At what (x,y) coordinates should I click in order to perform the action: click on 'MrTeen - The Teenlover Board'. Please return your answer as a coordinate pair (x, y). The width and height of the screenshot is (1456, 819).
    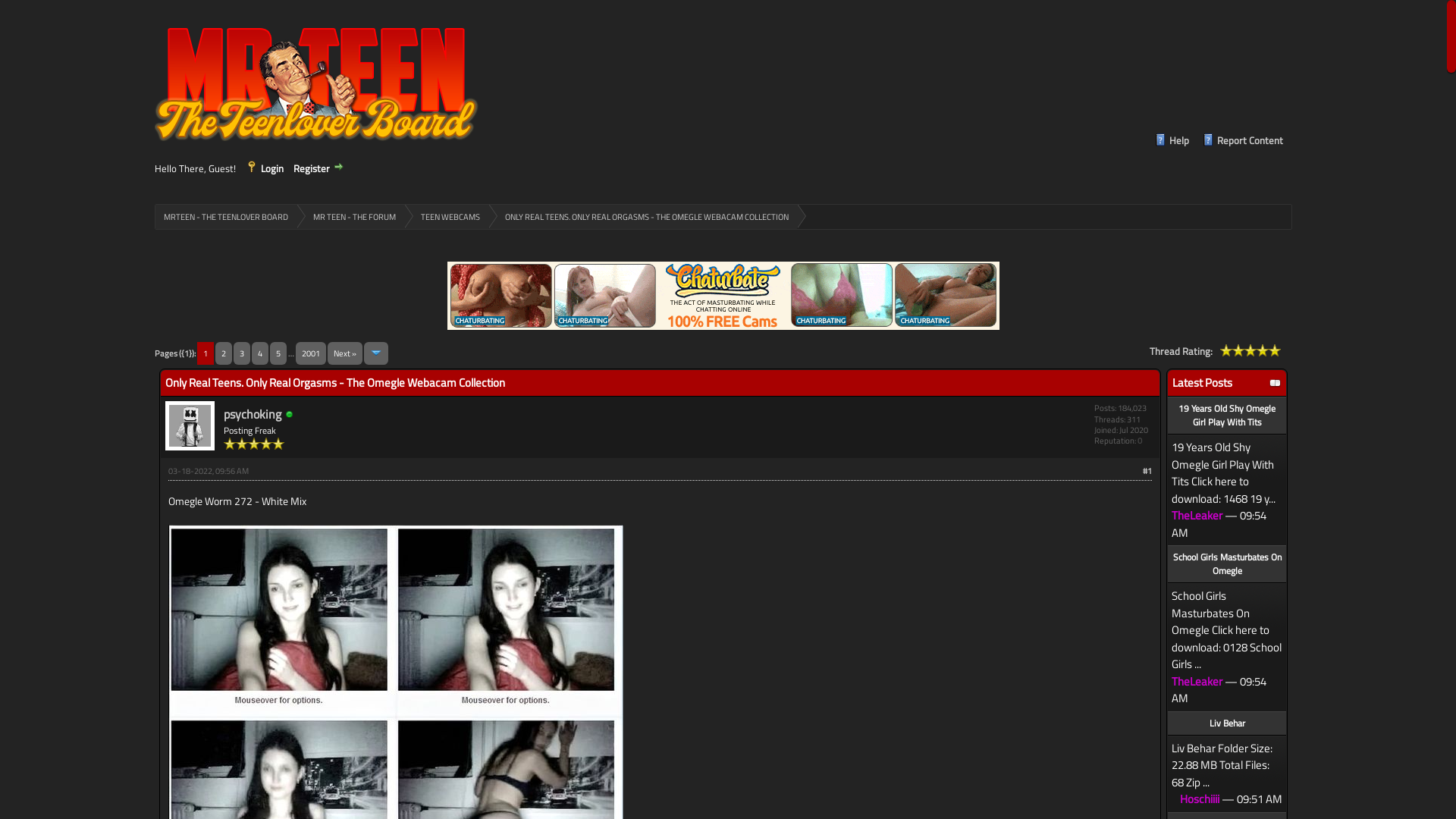
    Looking at the image, I should click on (320, 82).